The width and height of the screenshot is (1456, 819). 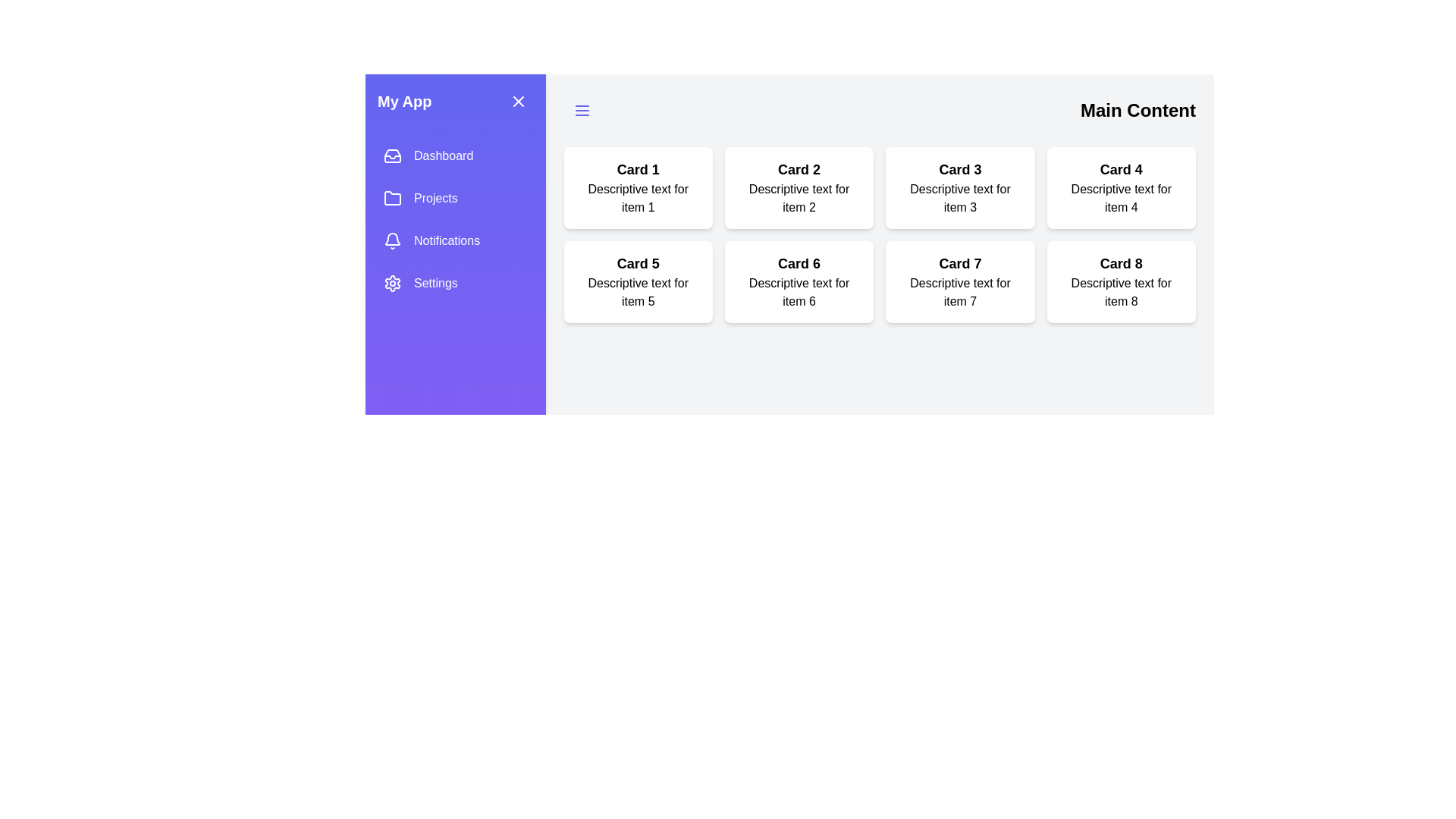 I want to click on the sidebar menu item Dashboard, so click(x=454, y=155).